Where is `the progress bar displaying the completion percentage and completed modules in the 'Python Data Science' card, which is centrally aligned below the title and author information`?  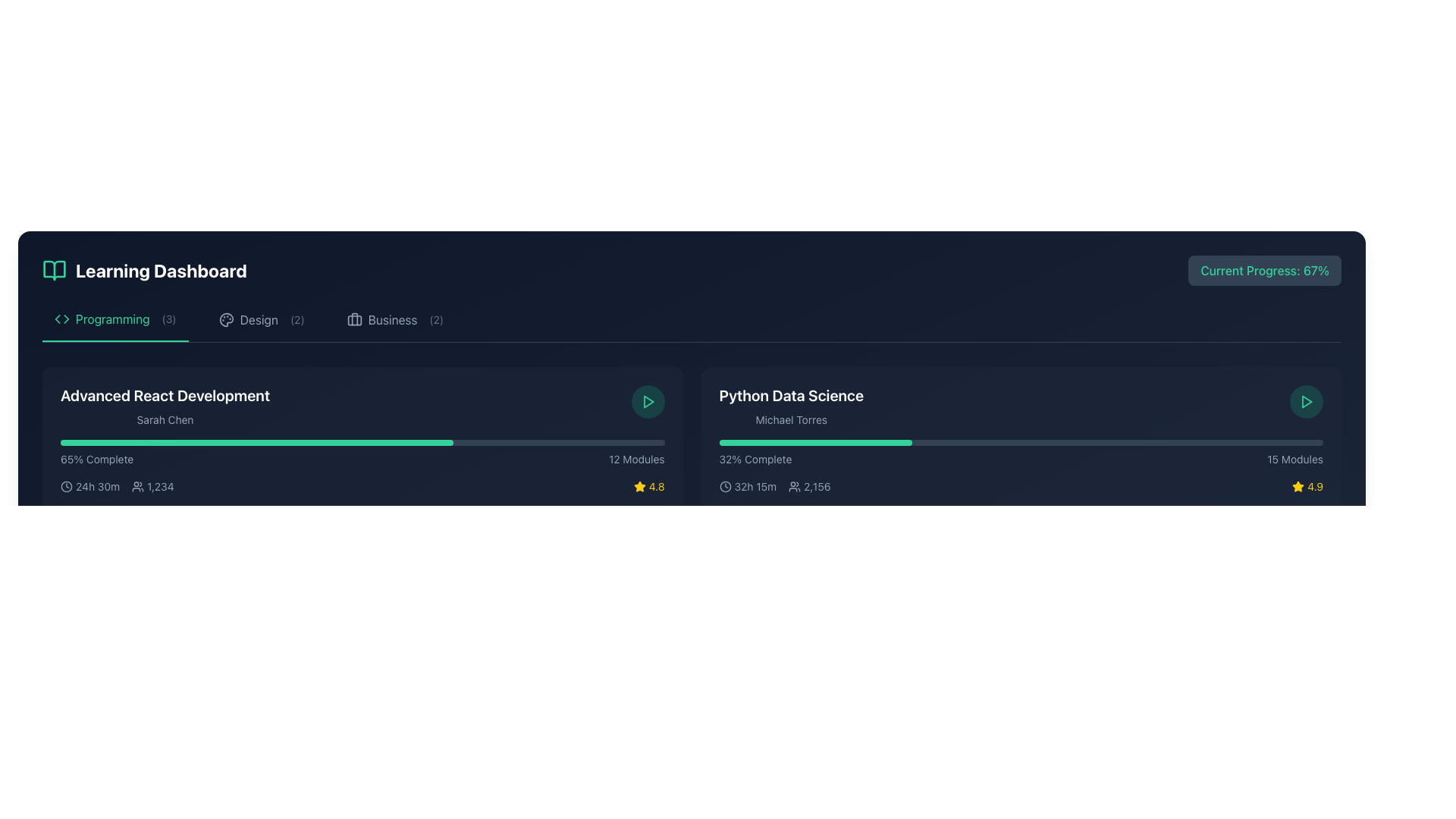
the progress bar displaying the completion percentage and completed modules in the 'Python Data Science' card, which is centrally aligned below the title and author information is located at coordinates (1021, 452).